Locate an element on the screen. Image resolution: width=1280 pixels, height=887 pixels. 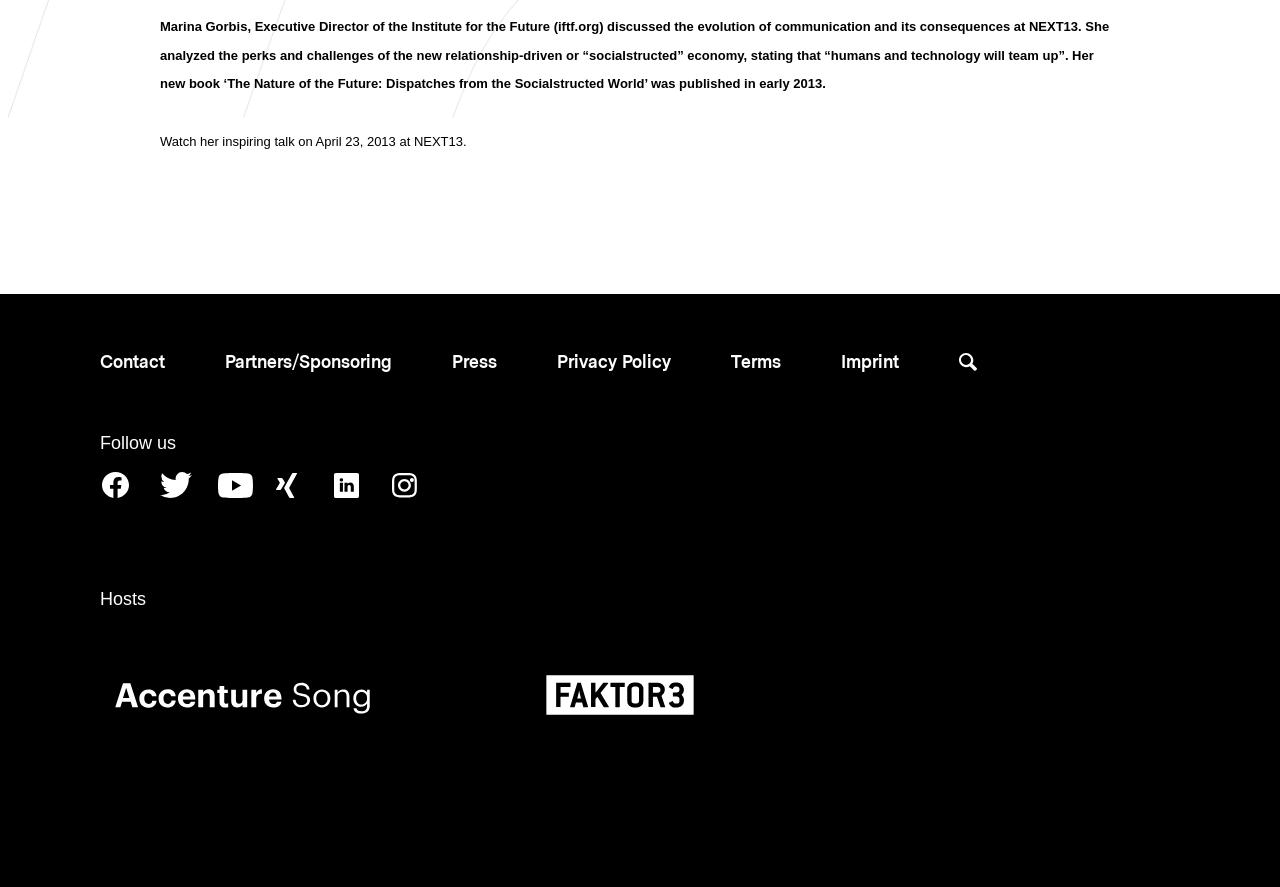
'Follow us' is located at coordinates (136, 441).